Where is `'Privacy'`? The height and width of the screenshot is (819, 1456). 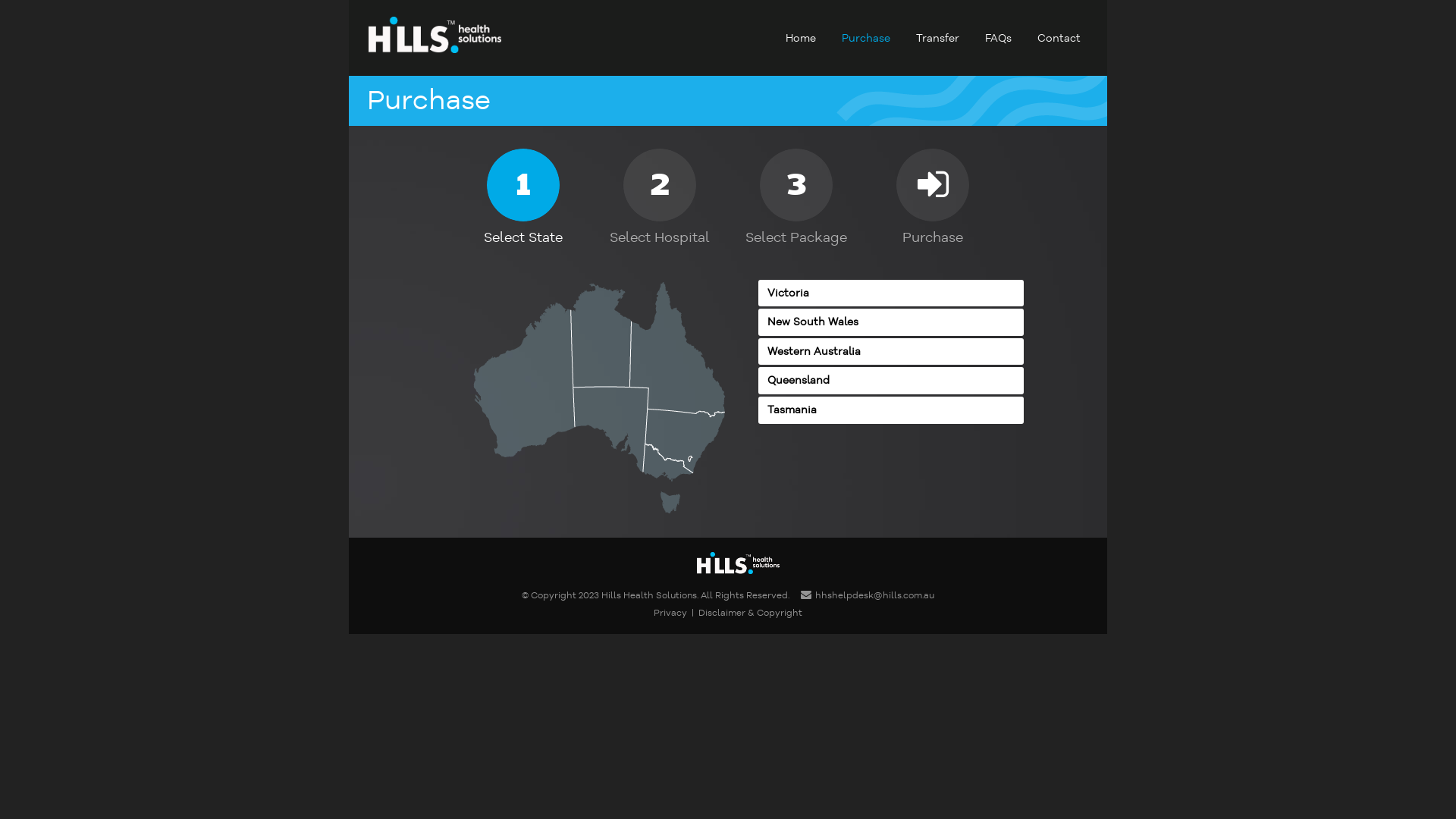 'Privacy' is located at coordinates (654, 612).